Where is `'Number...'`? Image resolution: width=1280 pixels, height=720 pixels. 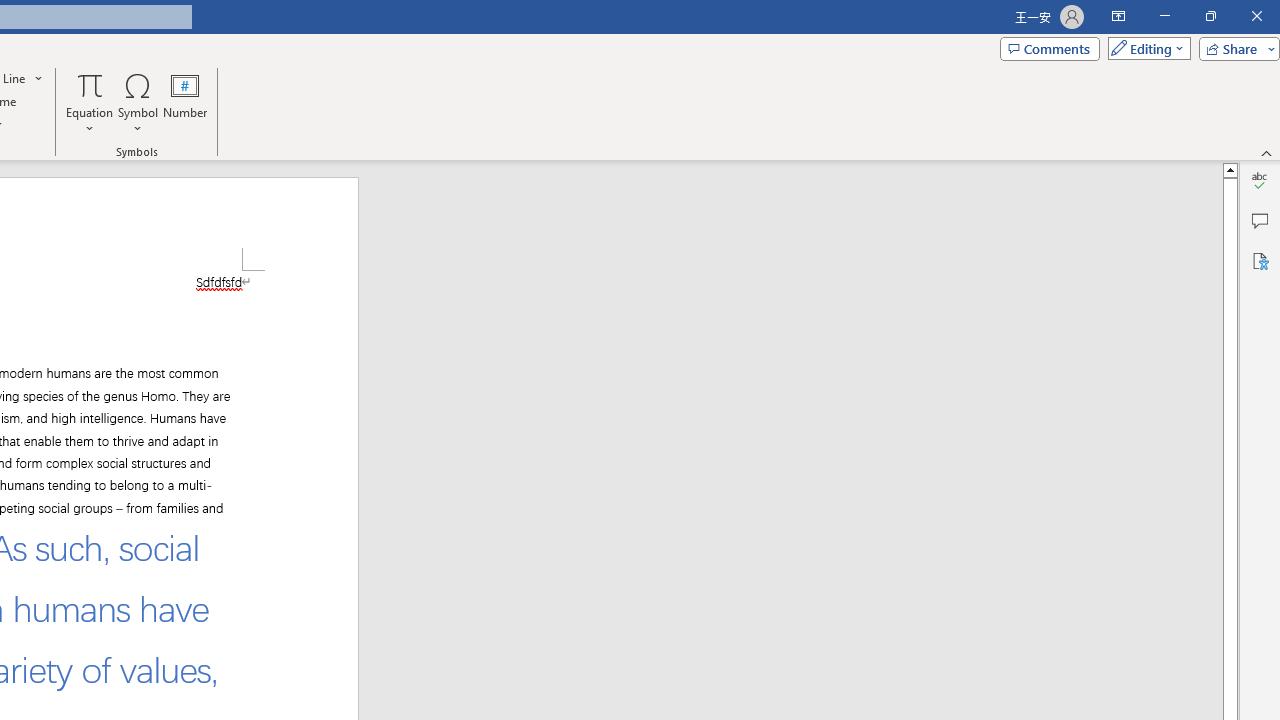 'Number...' is located at coordinates (185, 103).